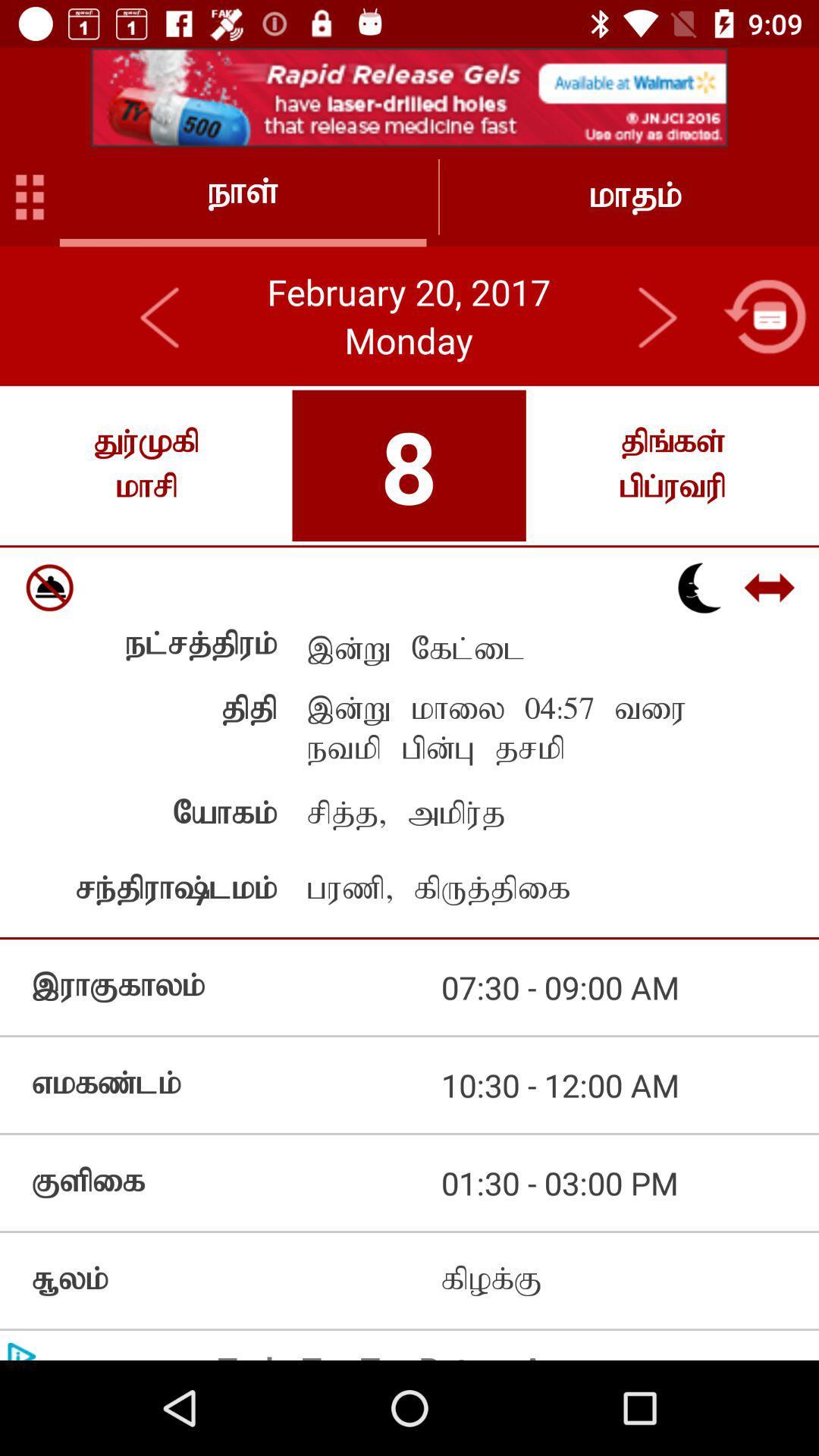 The width and height of the screenshot is (819, 1456). Describe the element at coordinates (764, 315) in the screenshot. I see `go back` at that location.